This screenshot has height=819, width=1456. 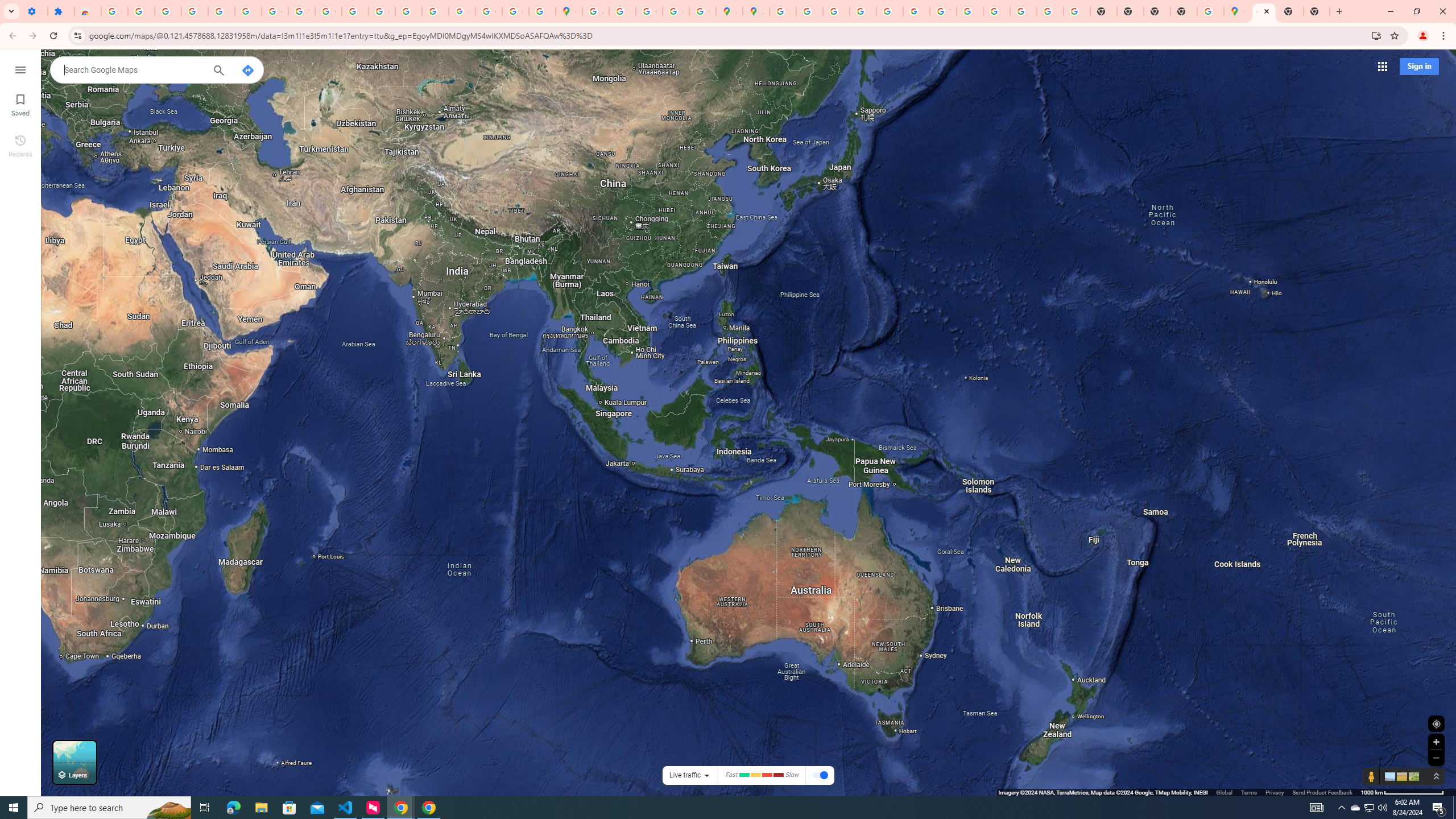 What do you see at coordinates (221, 11) in the screenshot?
I see `'Sign in - Google Accounts'` at bounding box center [221, 11].